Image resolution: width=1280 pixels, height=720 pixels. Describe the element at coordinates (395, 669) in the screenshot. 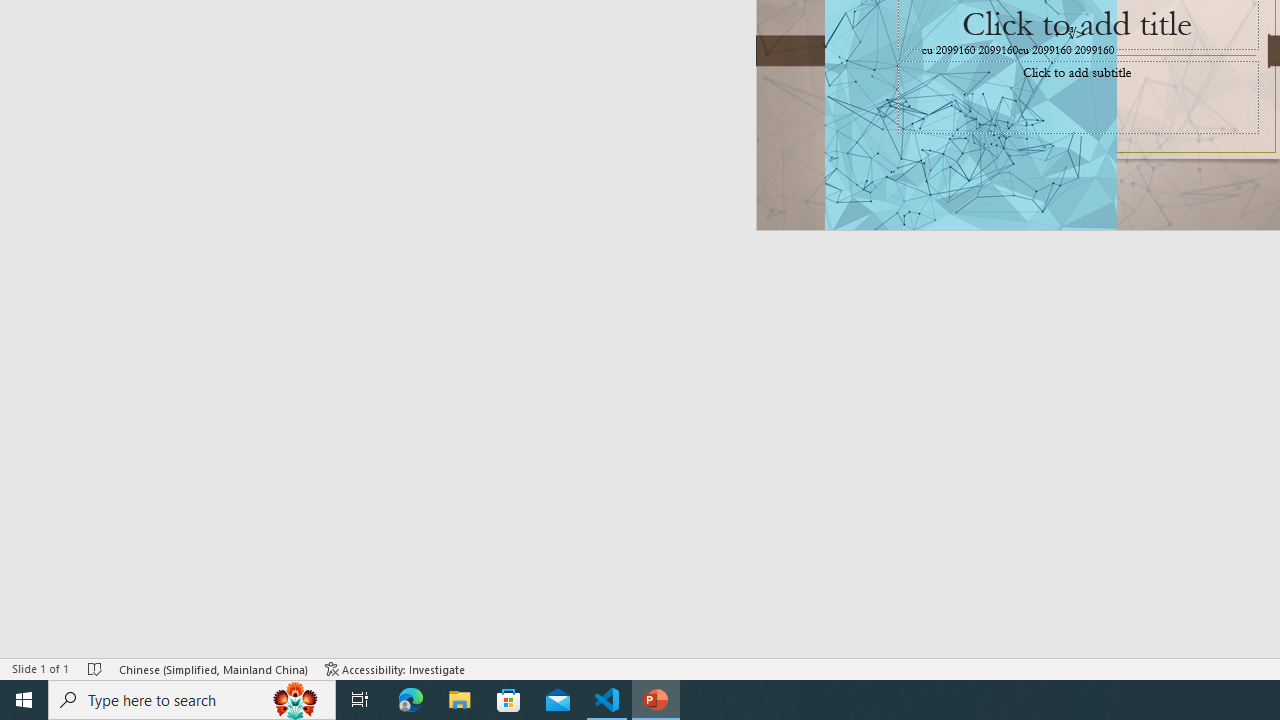

I see `'Accessibility Checker Accessibility: Investigate'` at that location.